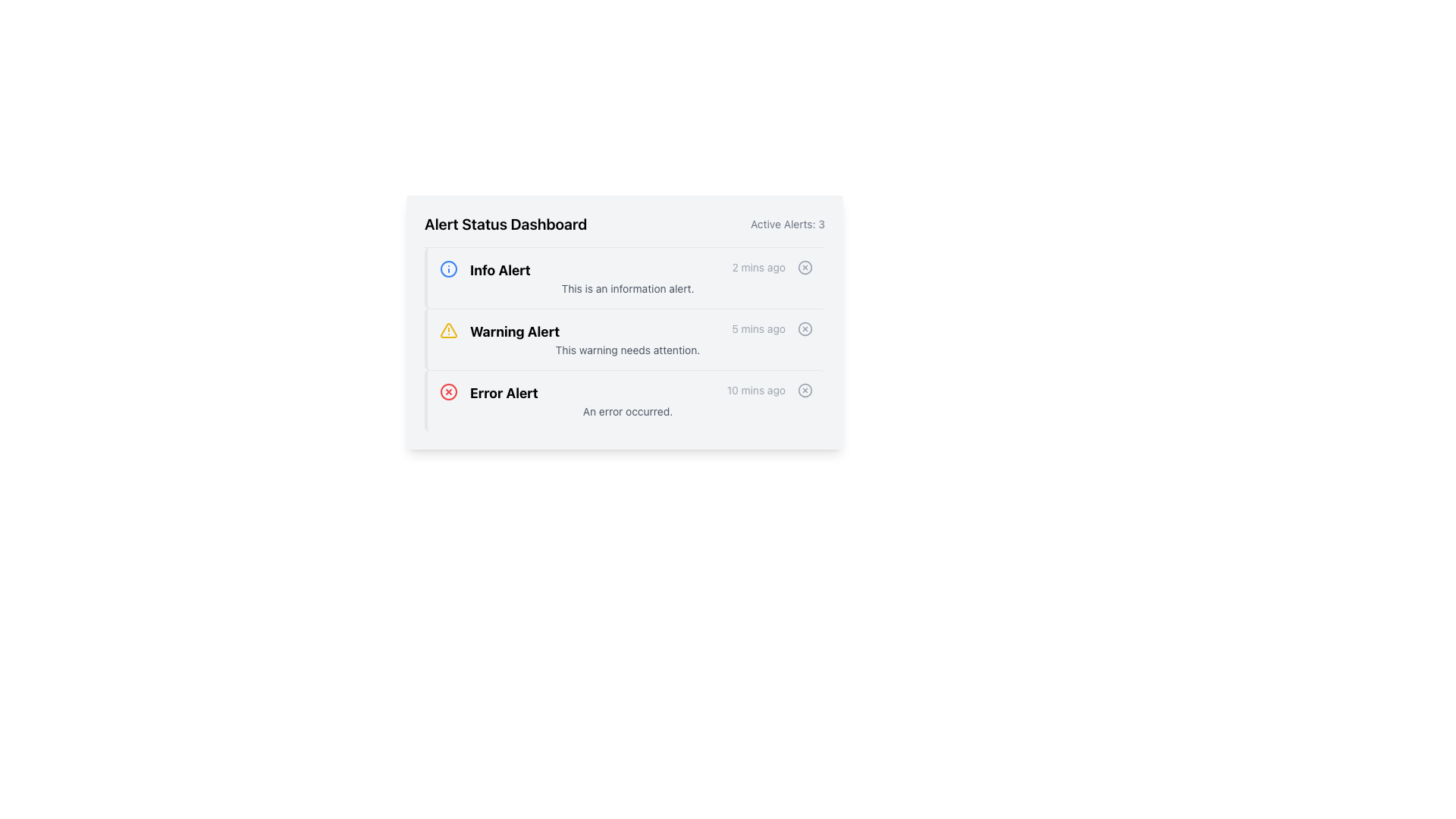 This screenshot has height=819, width=1456. I want to click on the Text Label displaying '2 mins ago', which is located to the right of 'Info Alert' in the Alert Status Dashboard, so click(758, 270).